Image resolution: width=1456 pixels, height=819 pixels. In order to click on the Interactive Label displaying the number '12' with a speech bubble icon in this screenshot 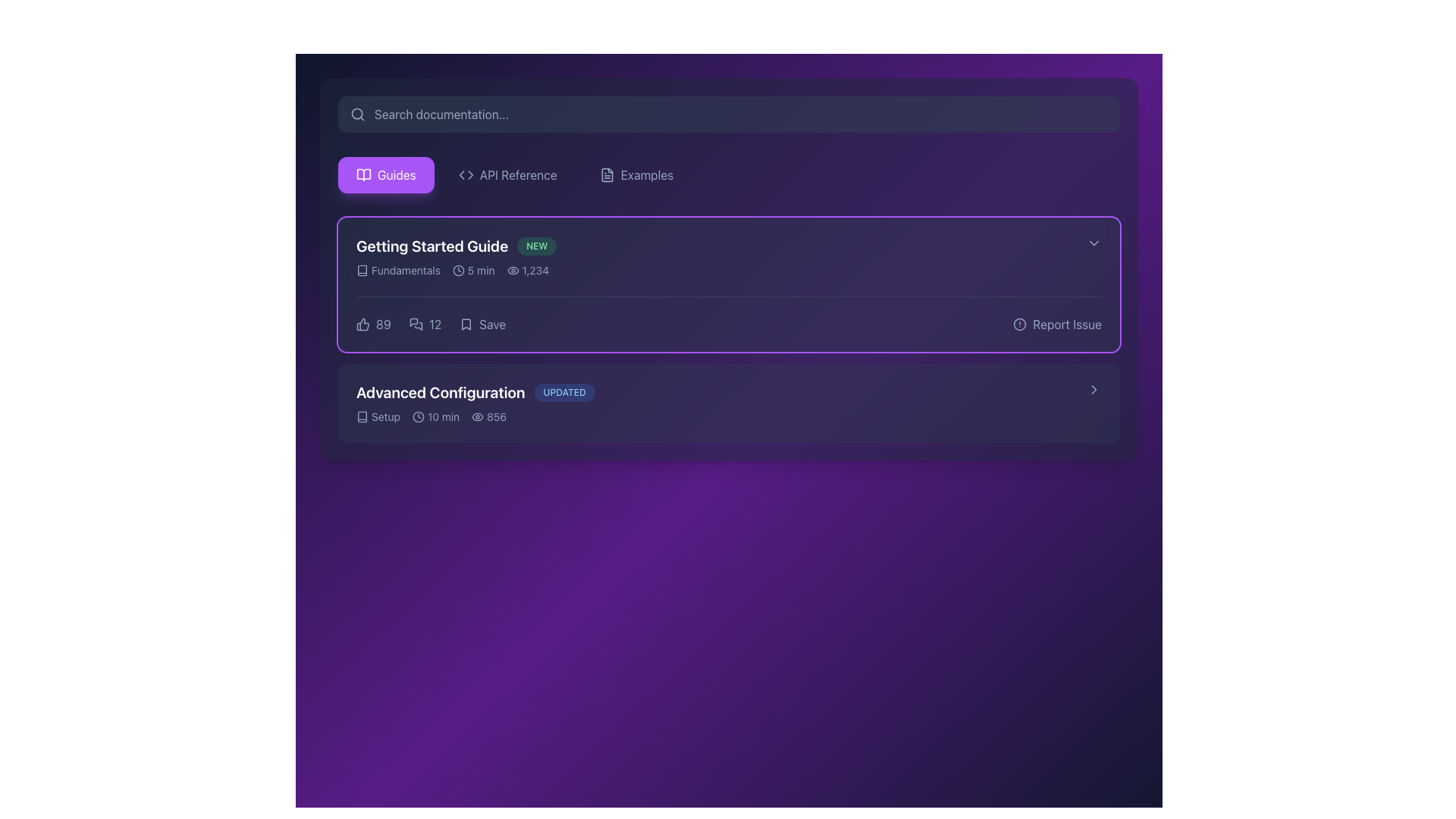, I will do `click(425, 324)`.